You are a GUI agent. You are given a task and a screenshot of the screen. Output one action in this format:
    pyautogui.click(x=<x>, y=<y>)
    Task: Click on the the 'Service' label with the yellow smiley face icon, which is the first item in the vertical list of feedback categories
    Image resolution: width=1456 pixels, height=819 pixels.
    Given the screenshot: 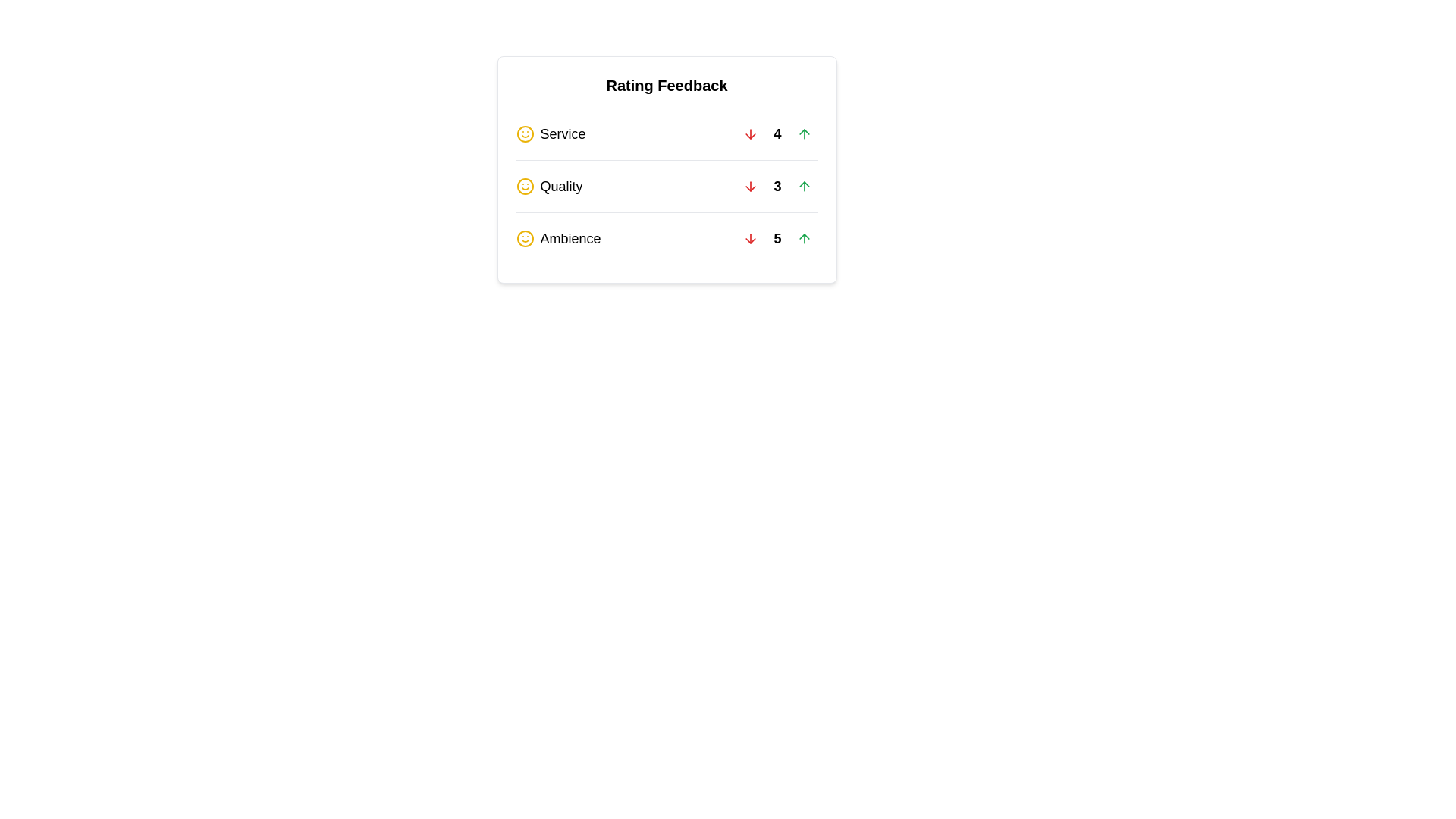 What is the action you would take?
    pyautogui.click(x=550, y=133)
    